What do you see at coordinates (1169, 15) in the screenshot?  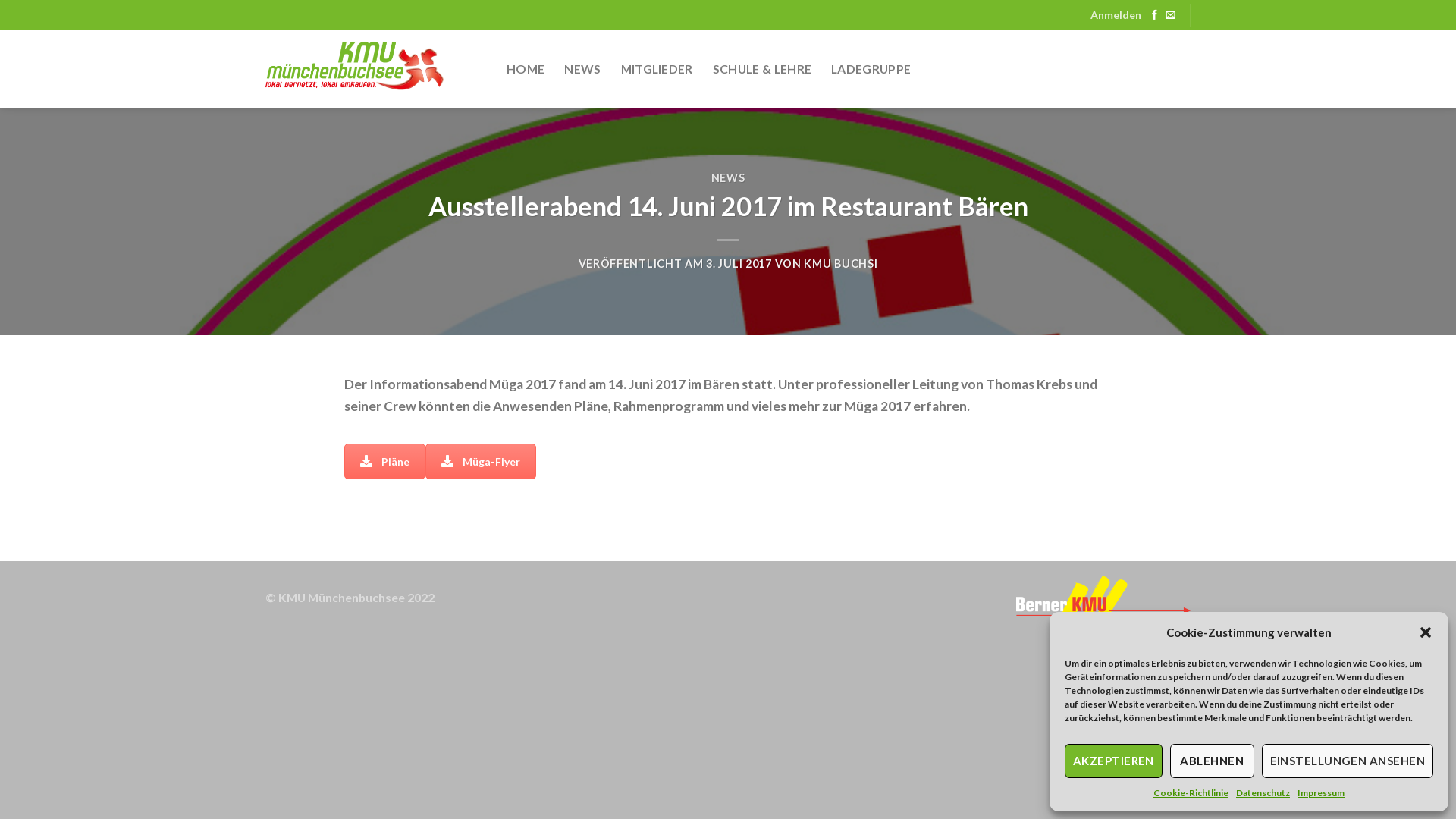 I see `'Sende uns eine E-Mail'` at bounding box center [1169, 15].